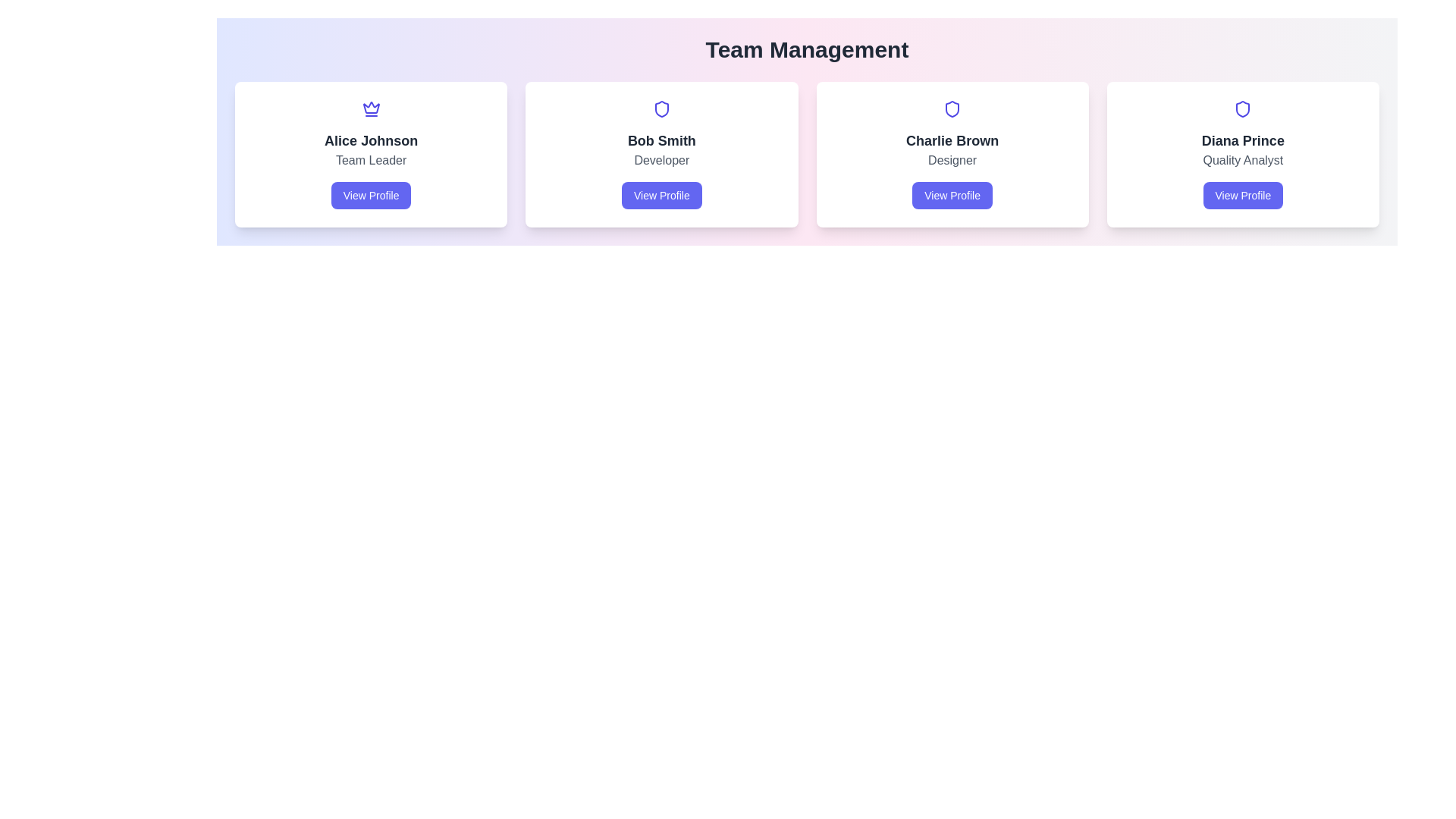 The image size is (1456, 819). What do you see at coordinates (371, 195) in the screenshot?
I see `the 'View Profile' button located in the lower section of the 'Team Leader' card` at bounding box center [371, 195].